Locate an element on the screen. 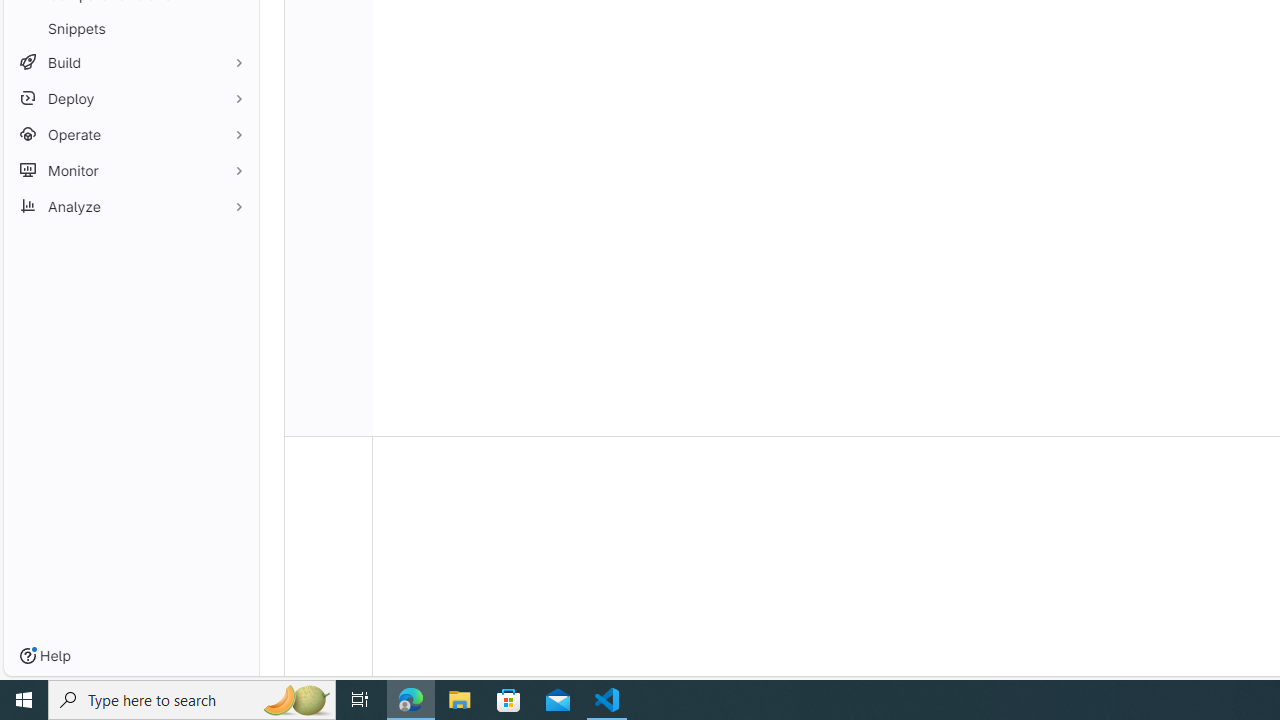 The image size is (1280, 720). 'Operate' is located at coordinates (130, 134).